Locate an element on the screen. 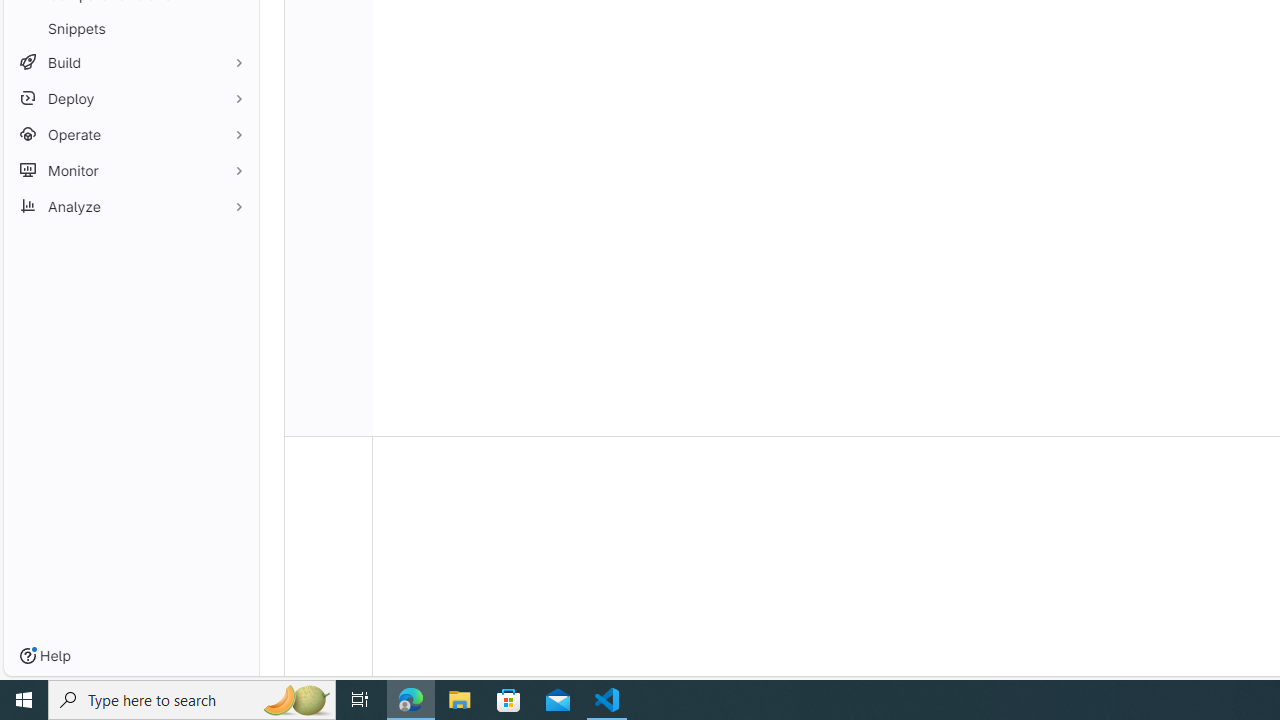 The image size is (1280, 720). 'Operate' is located at coordinates (130, 134).